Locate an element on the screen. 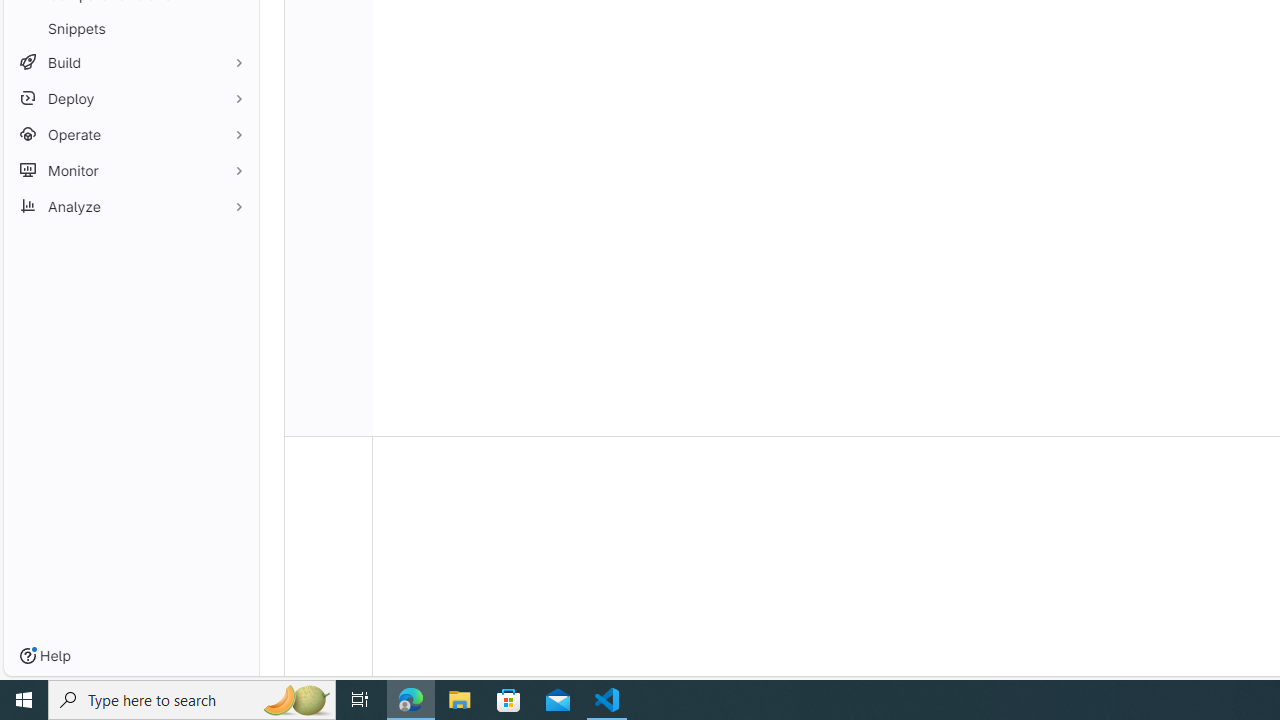 The image size is (1280, 720). 'Operate' is located at coordinates (130, 134).